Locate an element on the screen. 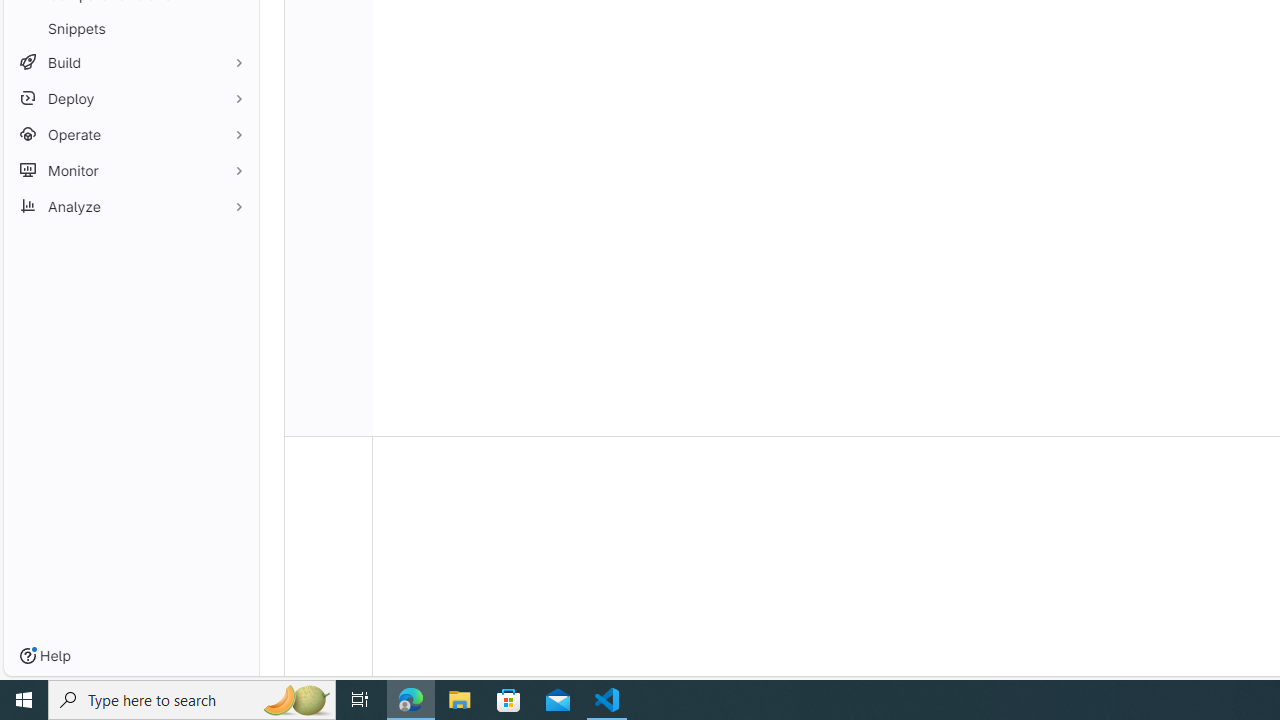 The image size is (1280, 720). 'Operate' is located at coordinates (130, 134).